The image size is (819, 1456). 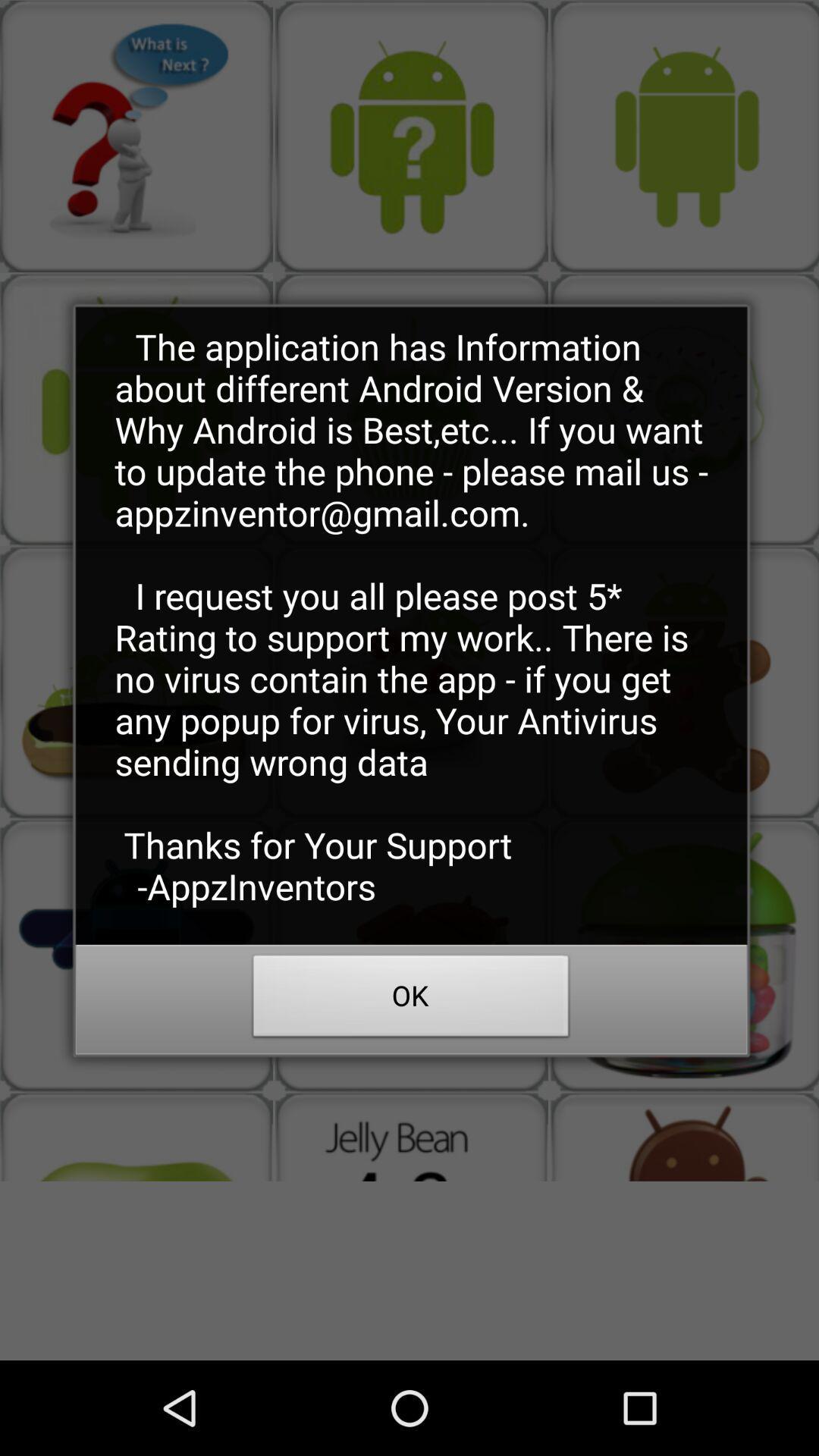 I want to click on ok at the bottom, so click(x=411, y=1000).